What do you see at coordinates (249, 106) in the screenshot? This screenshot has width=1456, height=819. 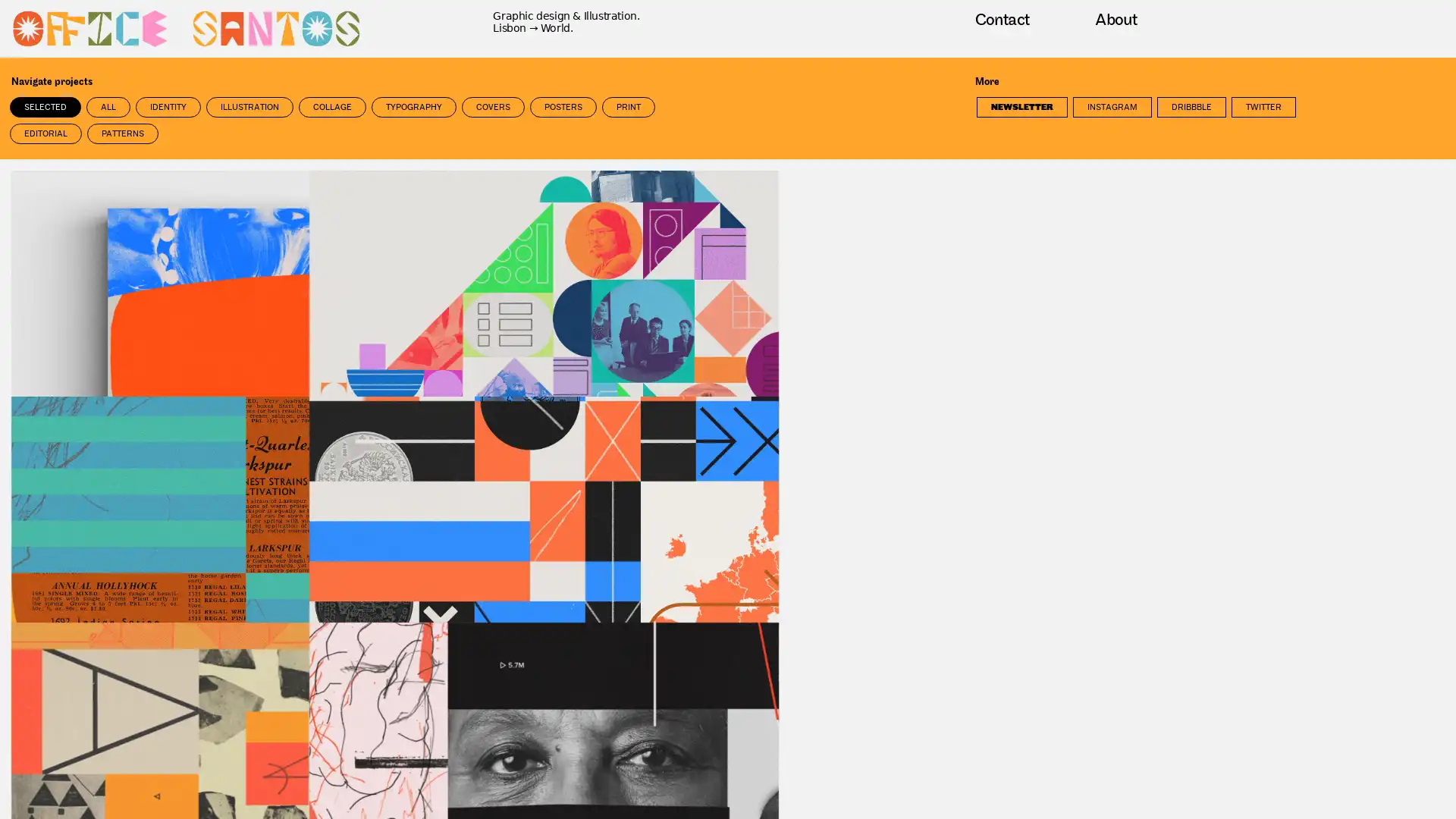 I see `ILLUSTRATION` at bounding box center [249, 106].